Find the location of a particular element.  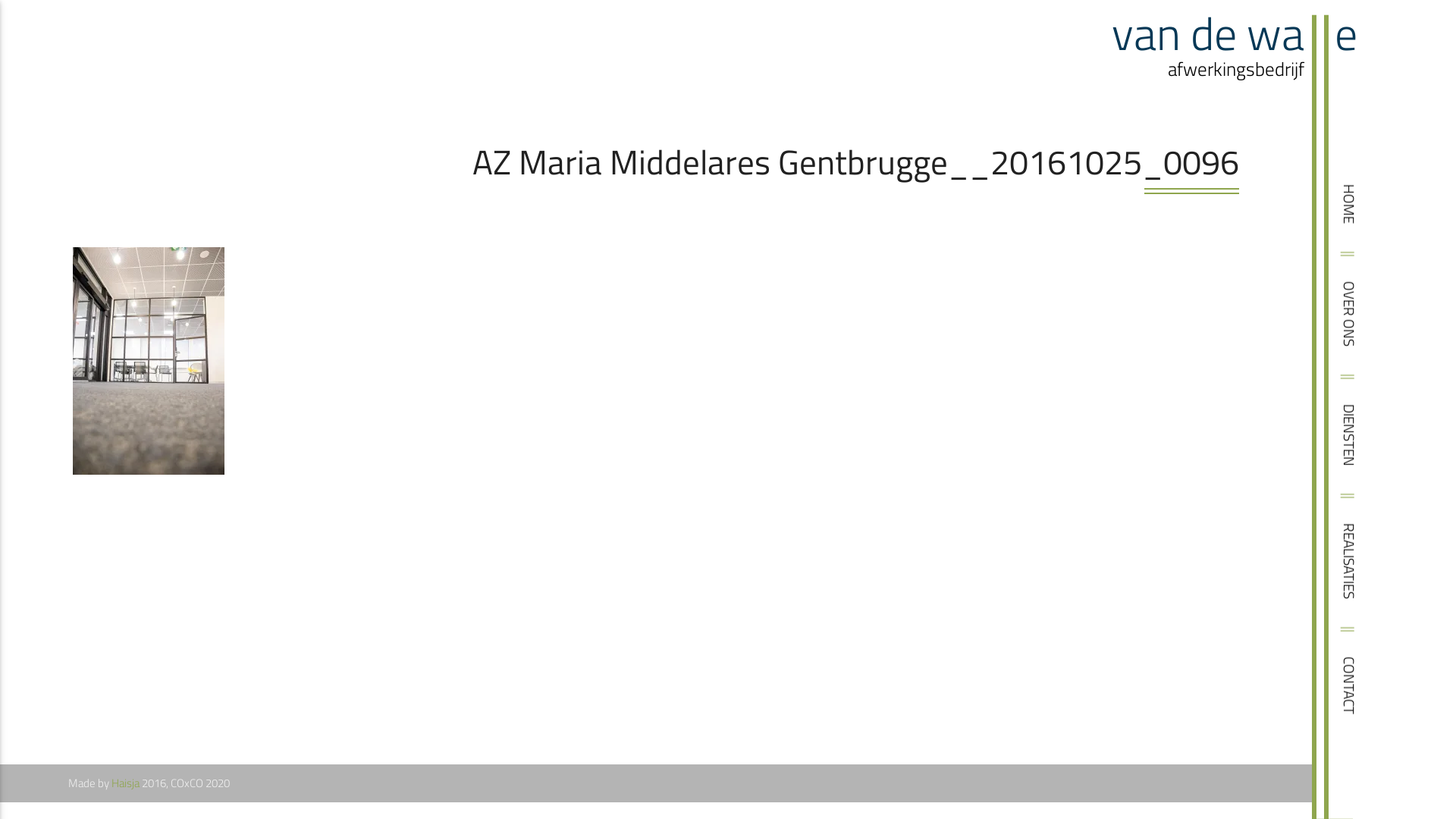

'HOME' is located at coordinates (1369, 199).